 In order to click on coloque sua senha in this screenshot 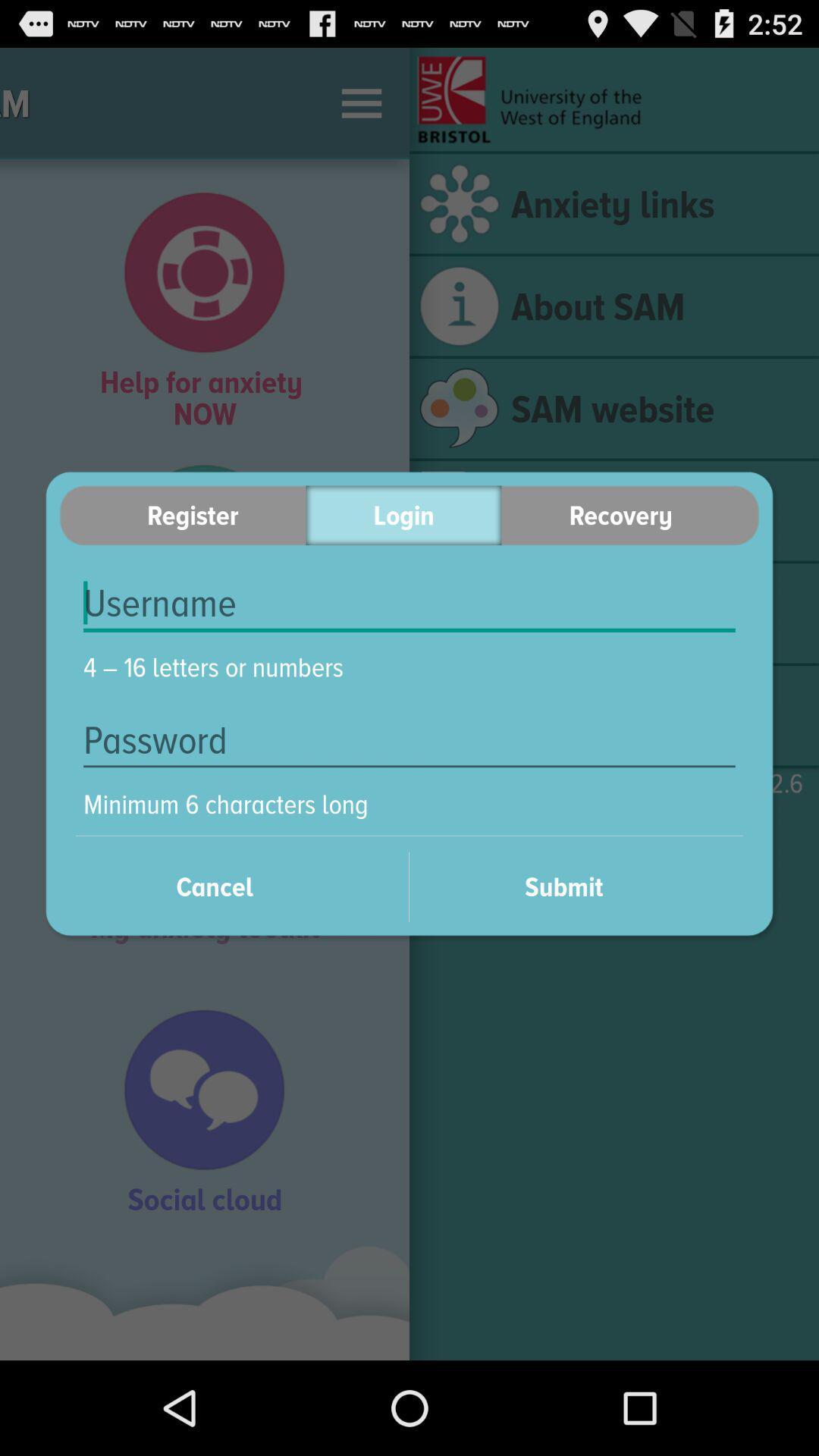, I will do `click(409, 740)`.